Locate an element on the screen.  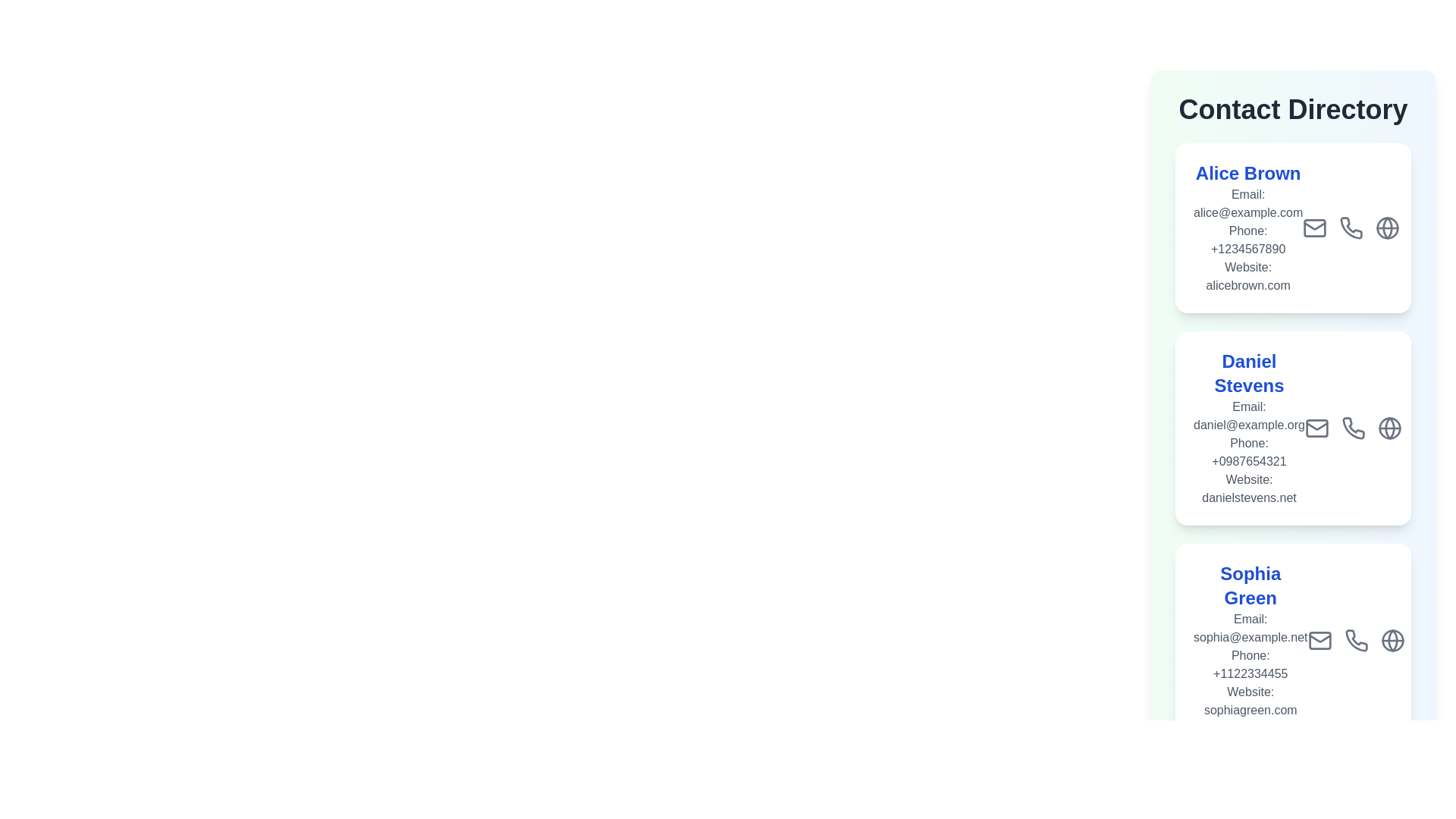
the contact's email icon to view details is located at coordinates (1313, 227).